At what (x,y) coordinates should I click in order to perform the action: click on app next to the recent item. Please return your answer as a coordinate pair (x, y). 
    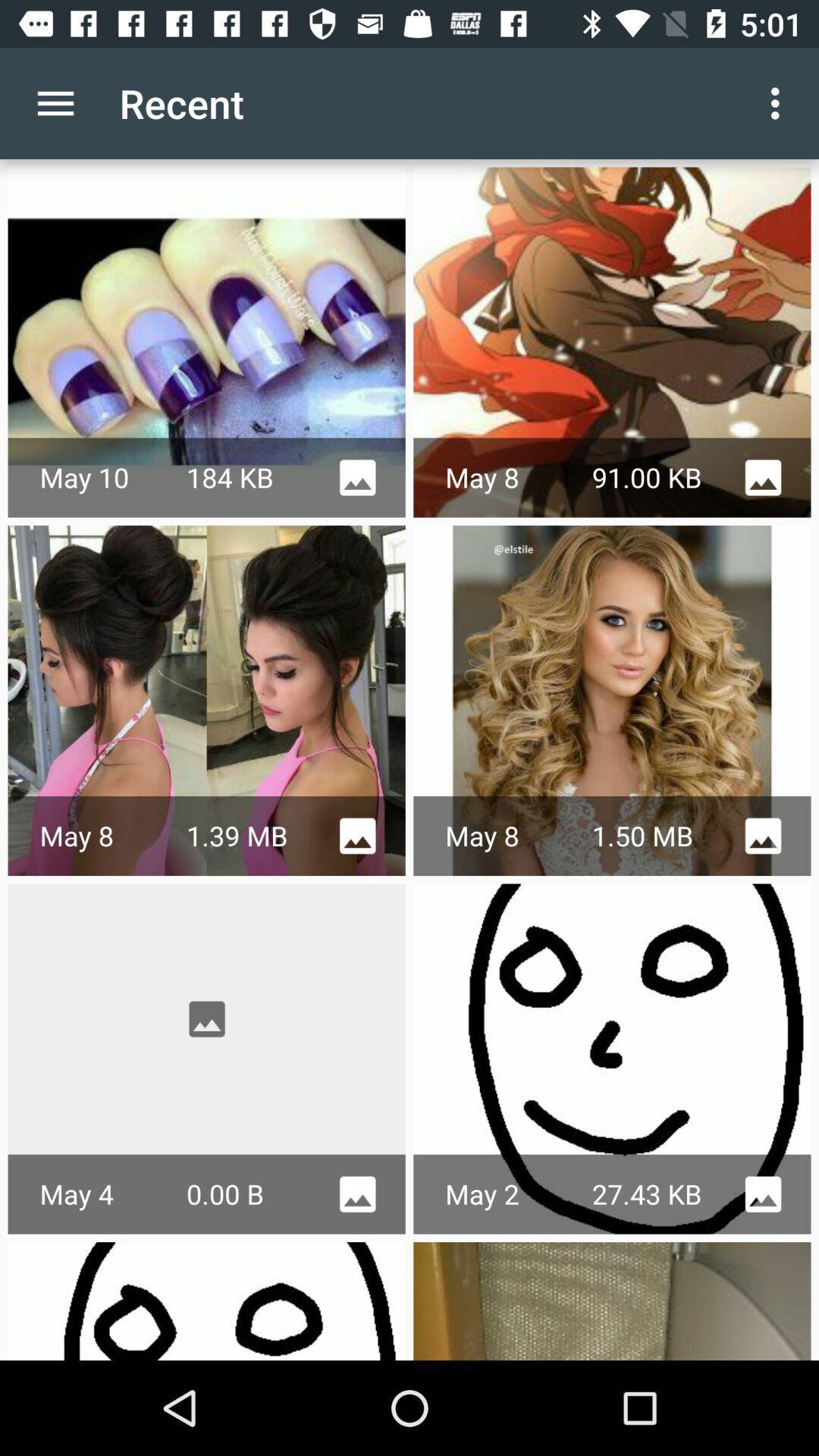
    Looking at the image, I should click on (55, 102).